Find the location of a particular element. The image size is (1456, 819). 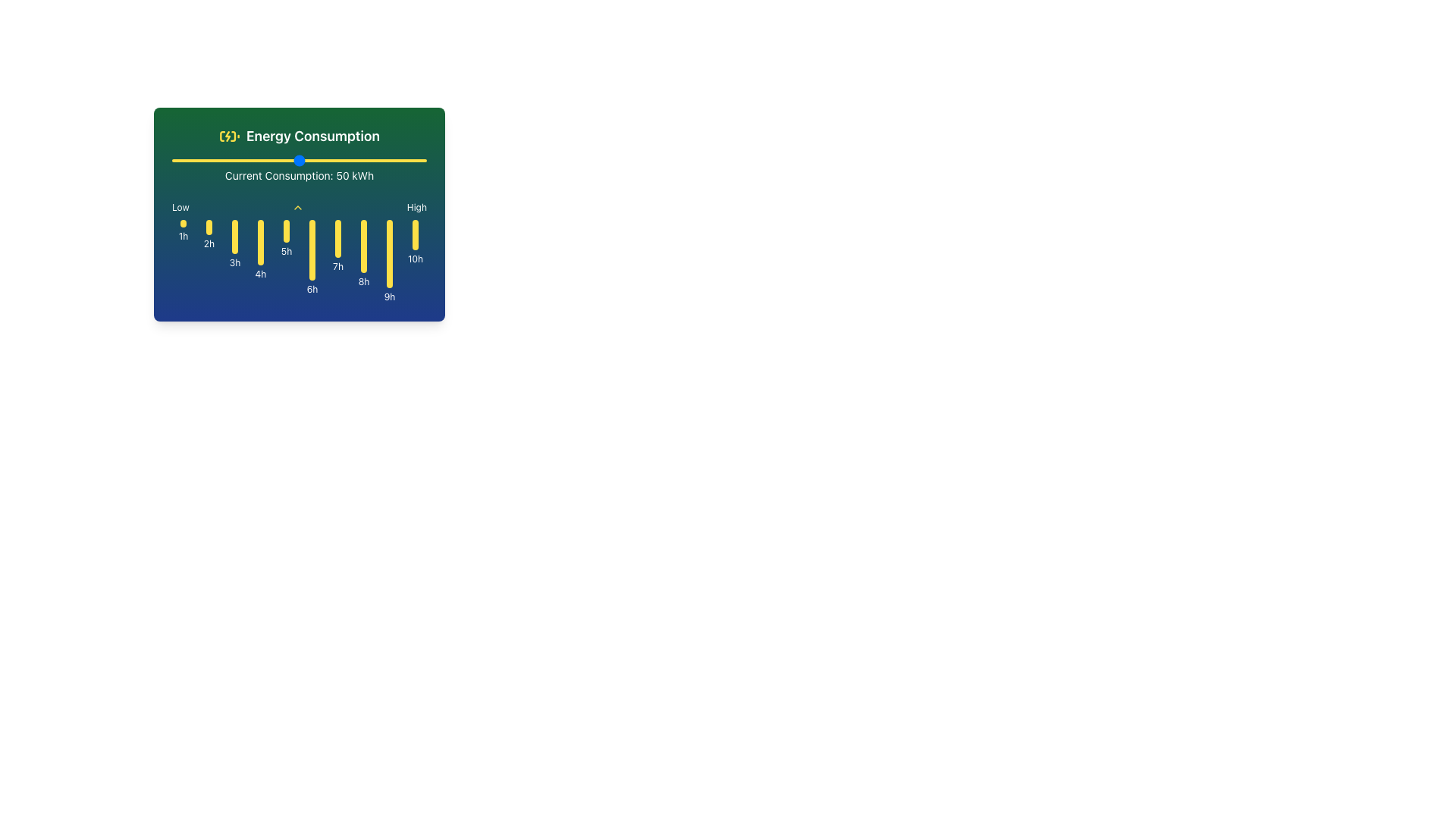

the visualization bar that represents the seventh time interval in the energy consumption data visualization is located at coordinates (337, 239).